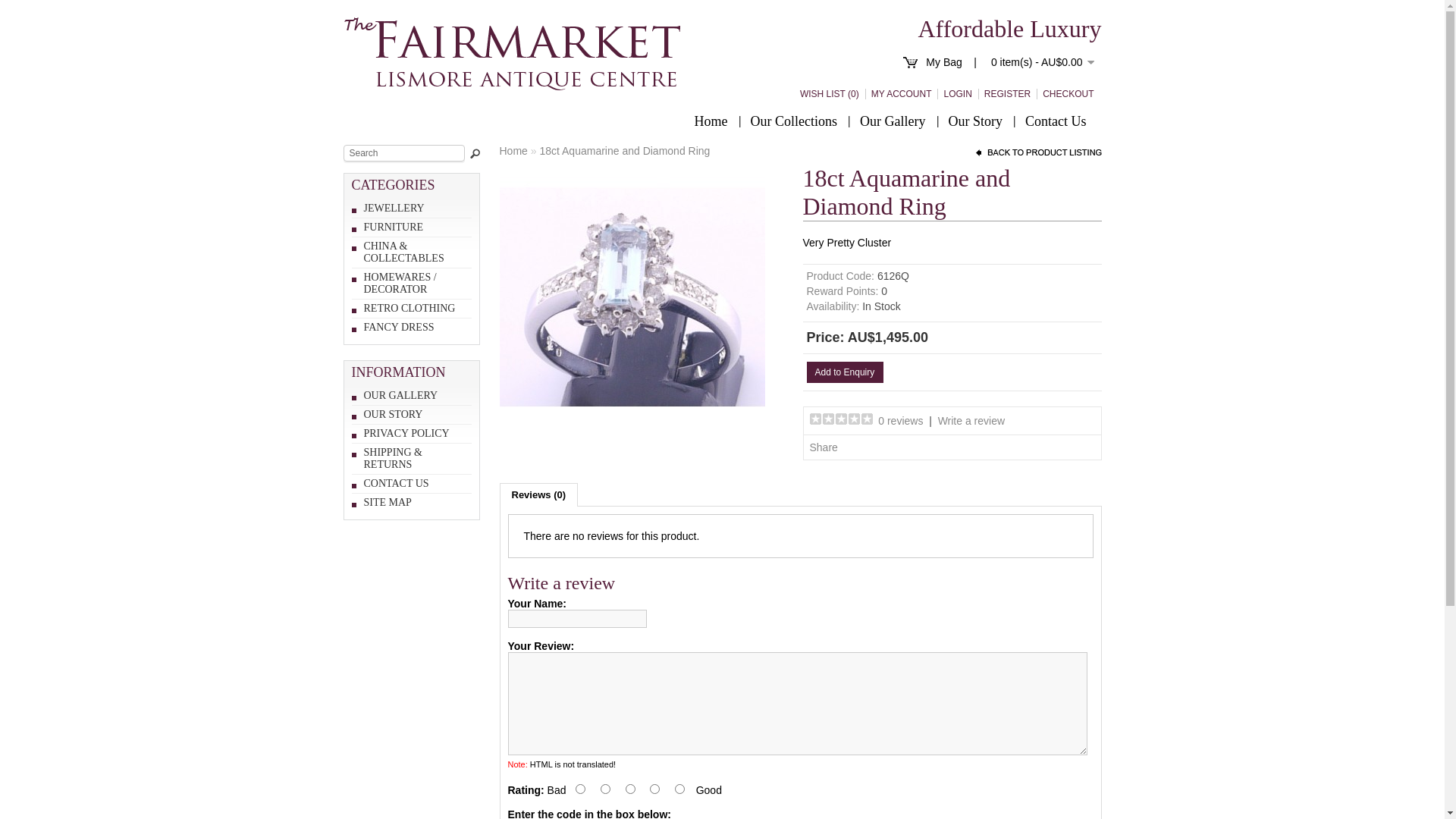  Describe the element at coordinates (710, 120) in the screenshot. I see `'Home'` at that location.